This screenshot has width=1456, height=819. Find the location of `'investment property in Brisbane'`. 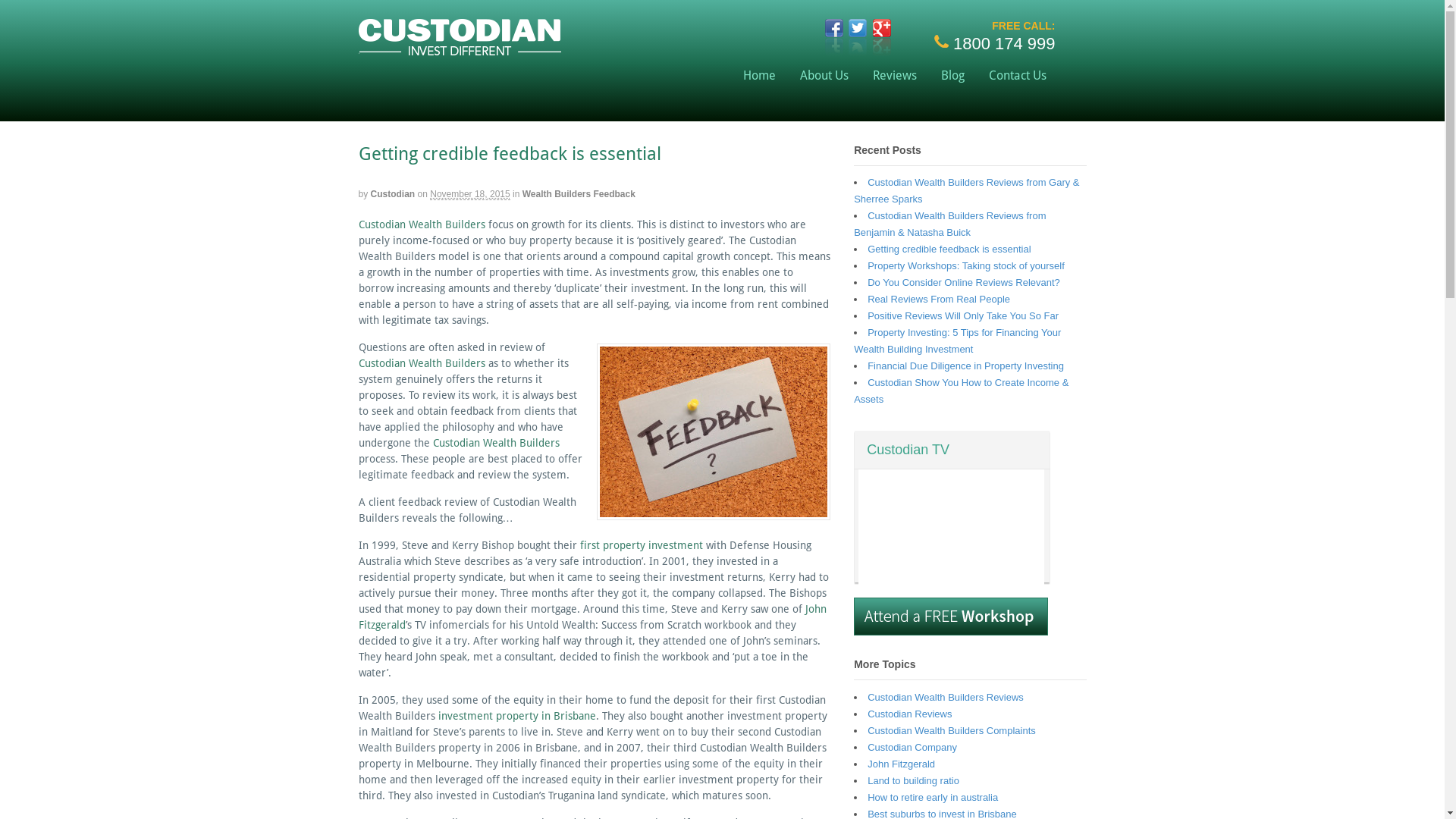

'investment property in Brisbane' is located at coordinates (516, 716).